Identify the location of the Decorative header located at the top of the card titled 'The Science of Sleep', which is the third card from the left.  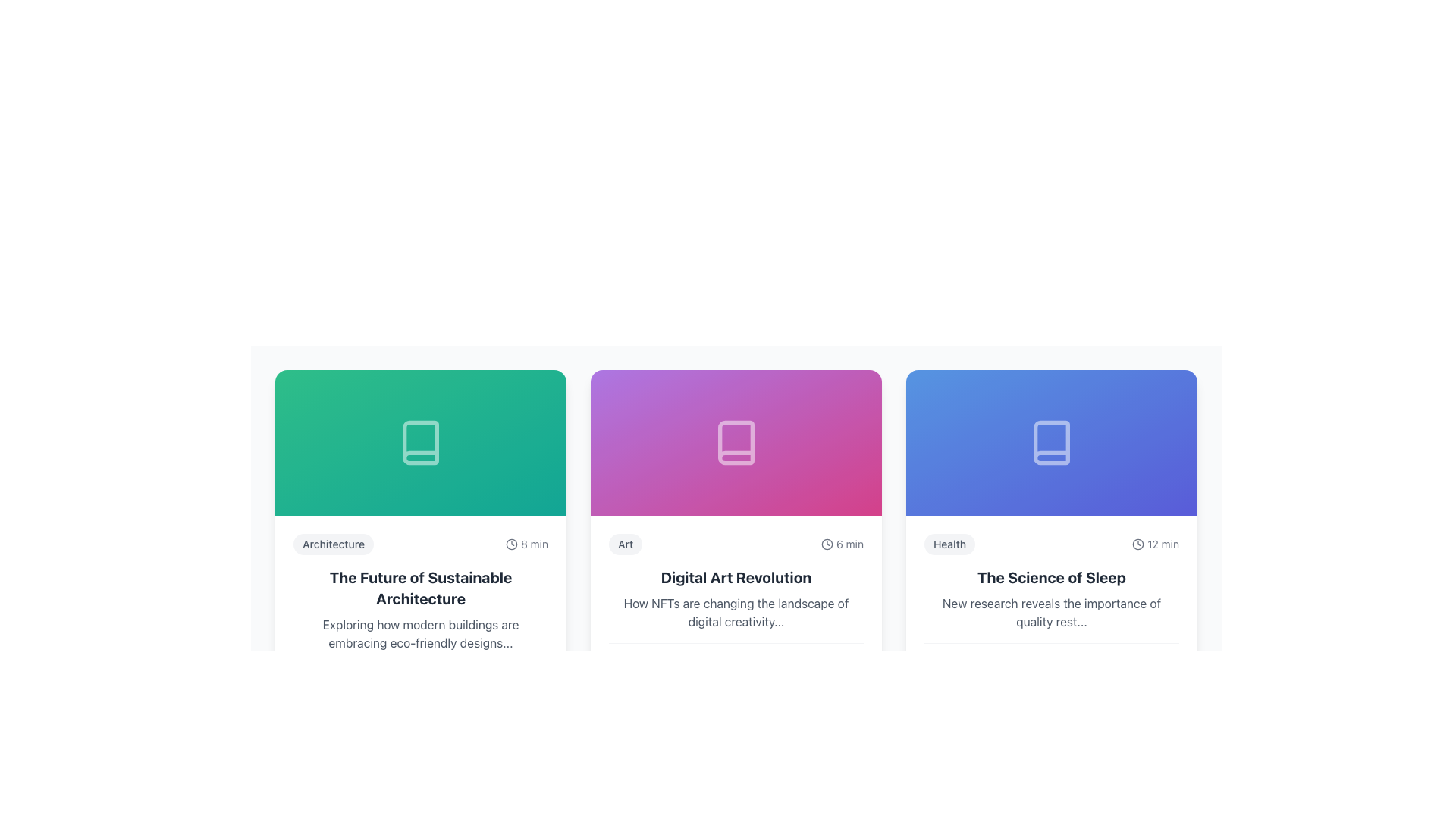
(1051, 442).